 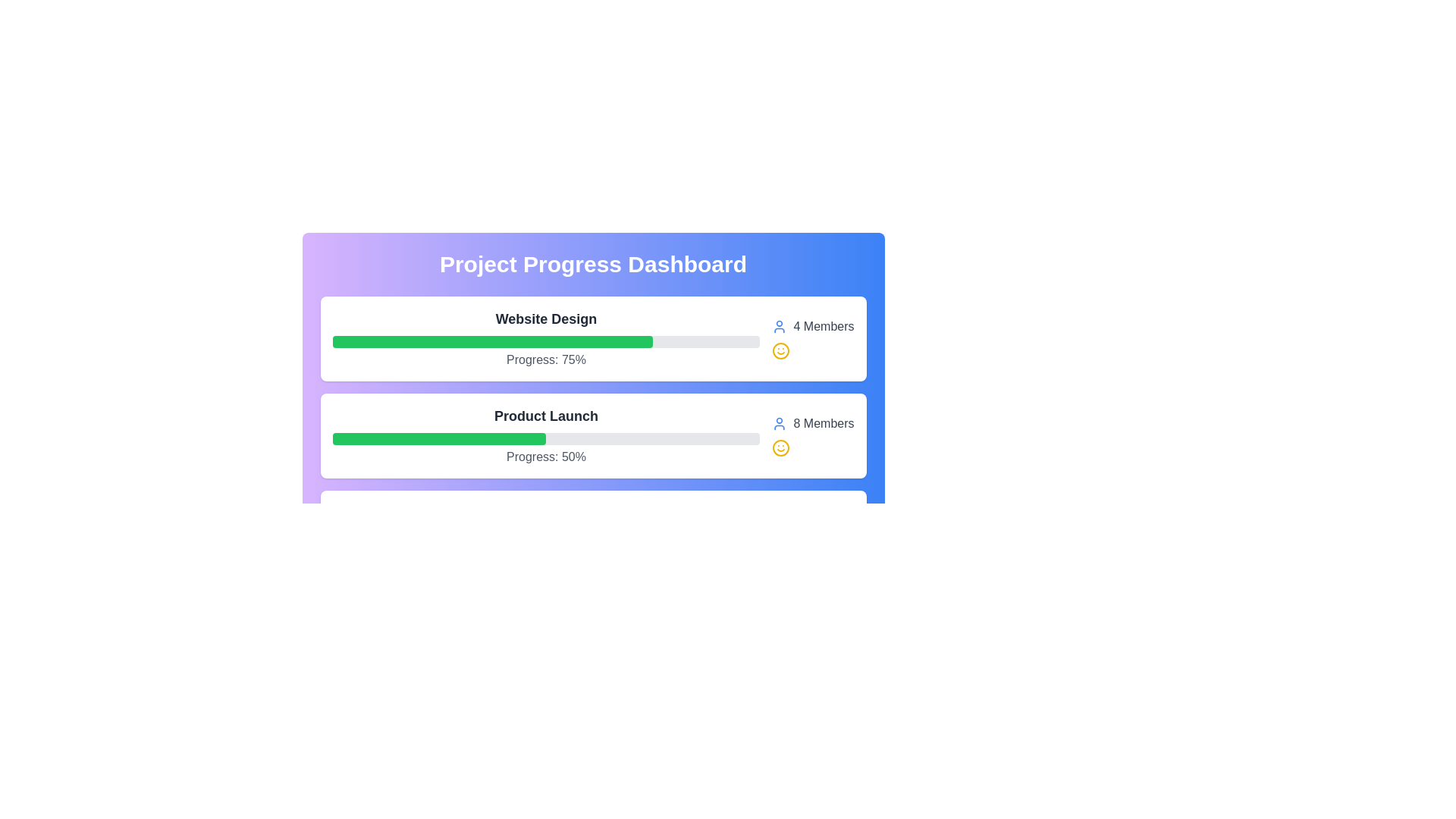 I want to click on the Progress bar fill indicator representing 75% completion of the 'Website Design' task, so click(x=492, y=342).